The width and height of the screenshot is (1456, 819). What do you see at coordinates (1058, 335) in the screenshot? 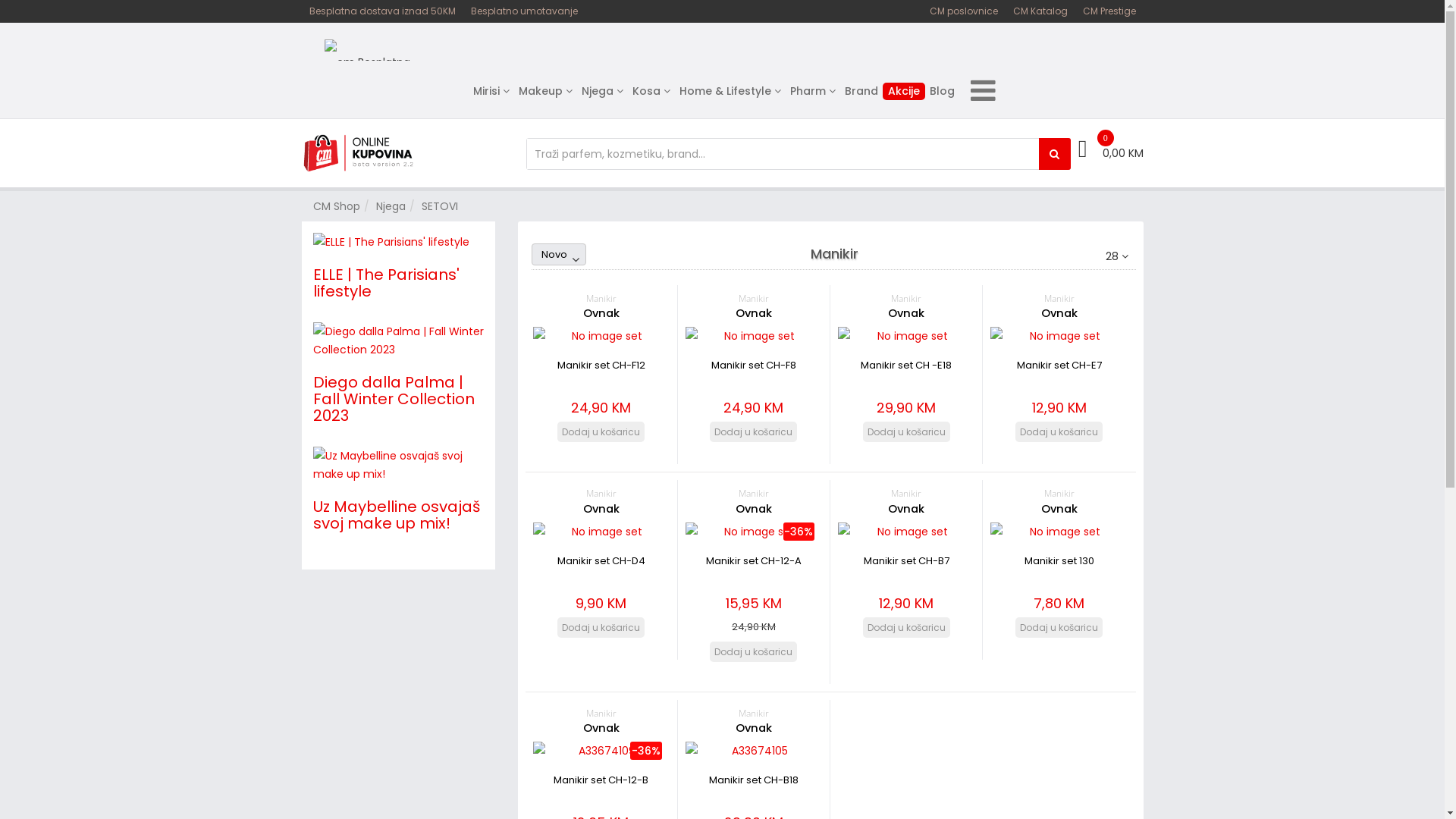
I see `'Manikir set CH-E7'` at bounding box center [1058, 335].